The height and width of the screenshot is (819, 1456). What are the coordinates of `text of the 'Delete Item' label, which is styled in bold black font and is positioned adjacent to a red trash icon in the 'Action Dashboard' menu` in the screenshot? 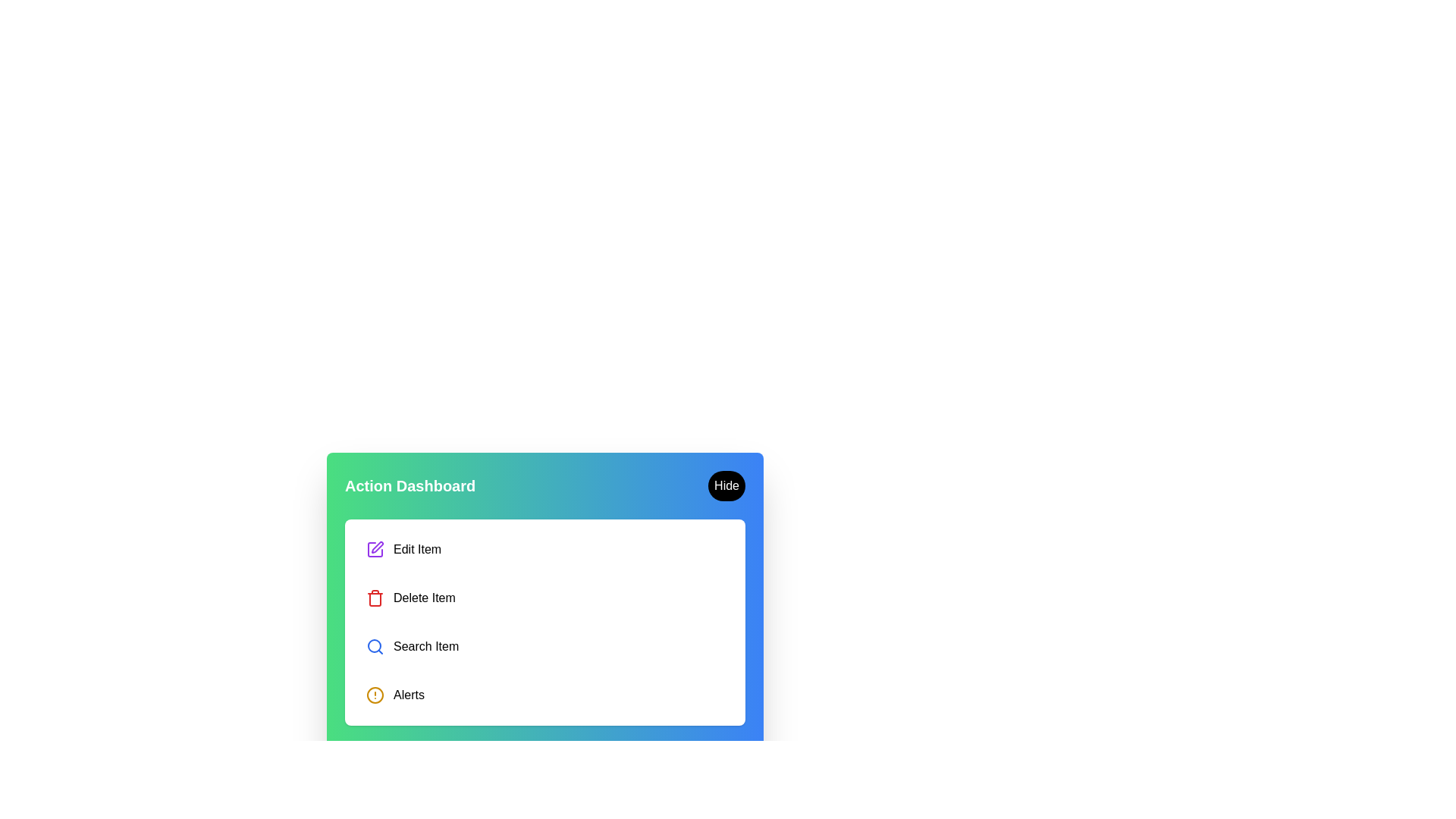 It's located at (424, 598).